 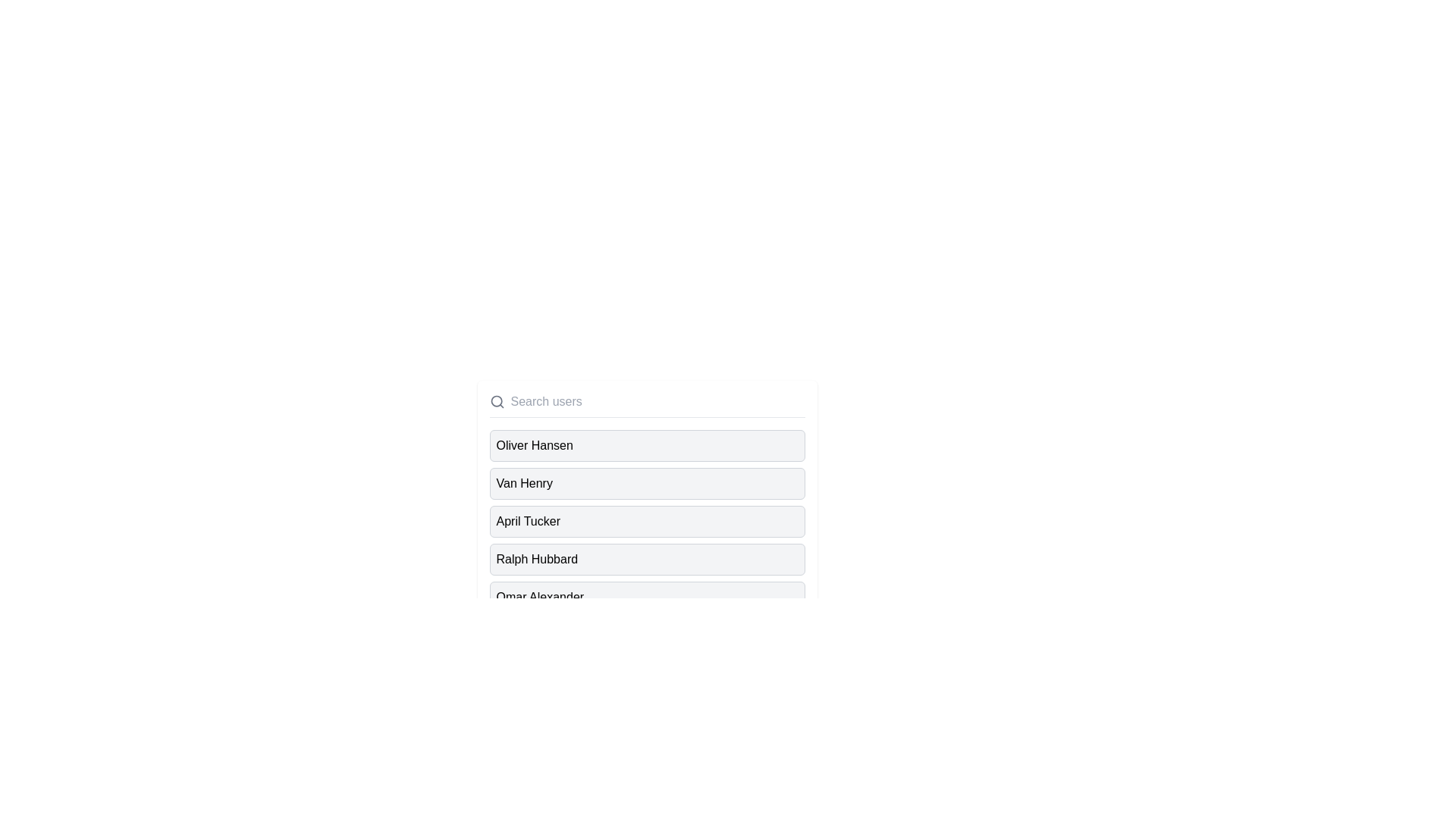 I want to click on the text label representing the user 'Oliver Hansen', so click(x=535, y=444).